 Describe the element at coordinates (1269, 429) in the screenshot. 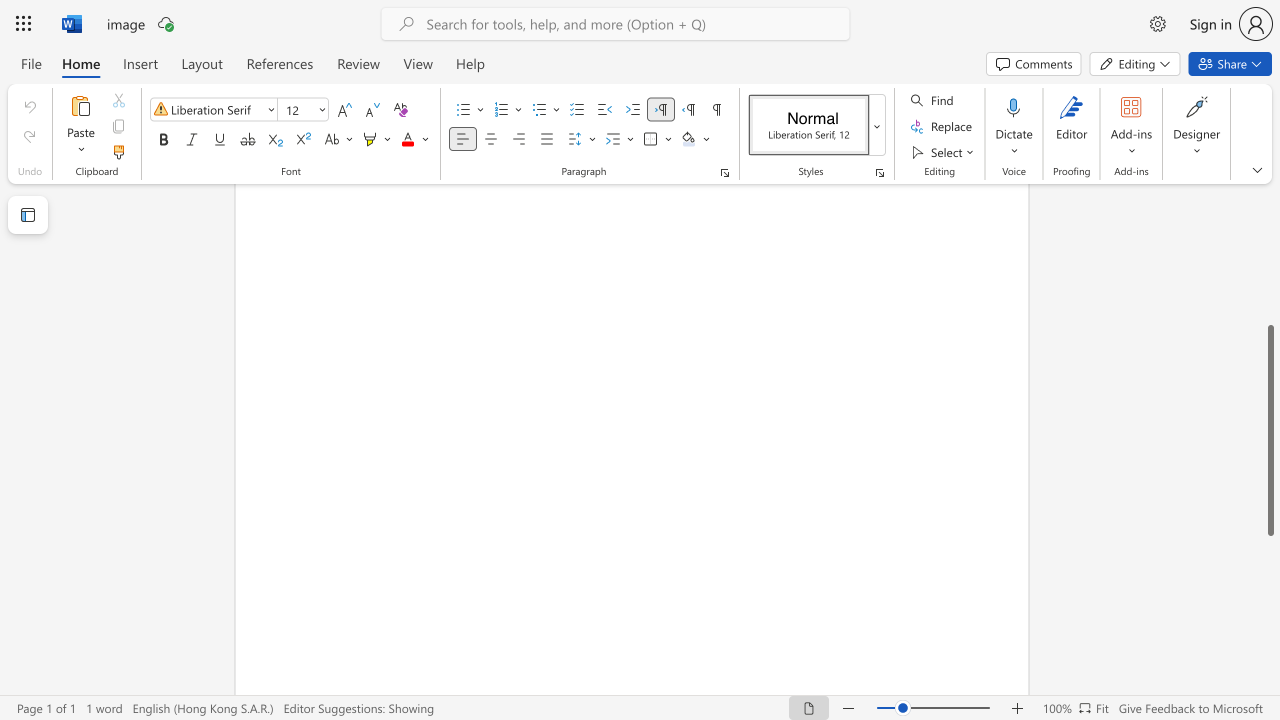

I see `the scrollbar and move up 110 pixels` at that location.